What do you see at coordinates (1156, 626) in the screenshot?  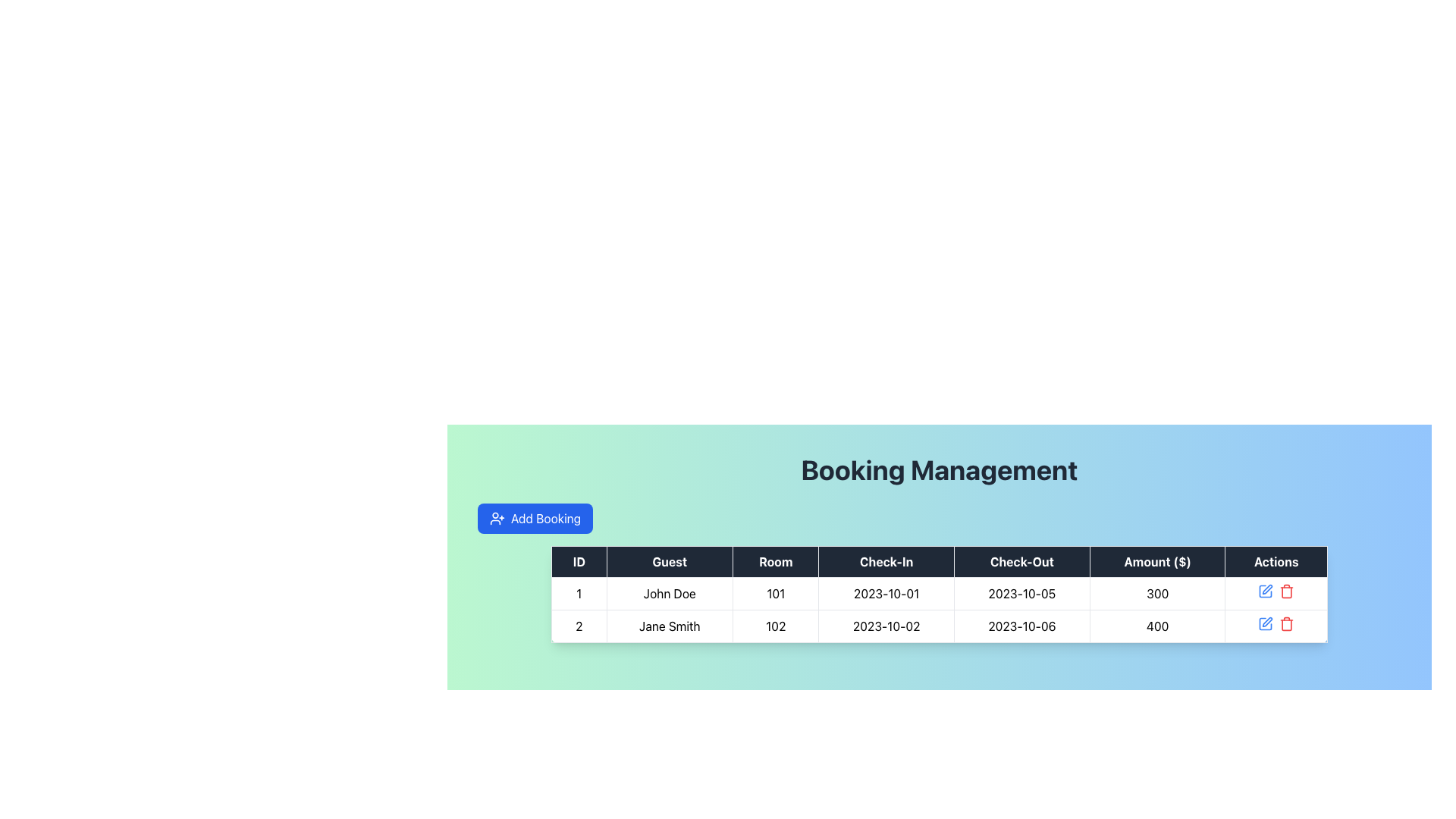 I see `the static table cell containing the numeric text '400' in bold, located in the second row under the 'Amount ($)' column` at bounding box center [1156, 626].